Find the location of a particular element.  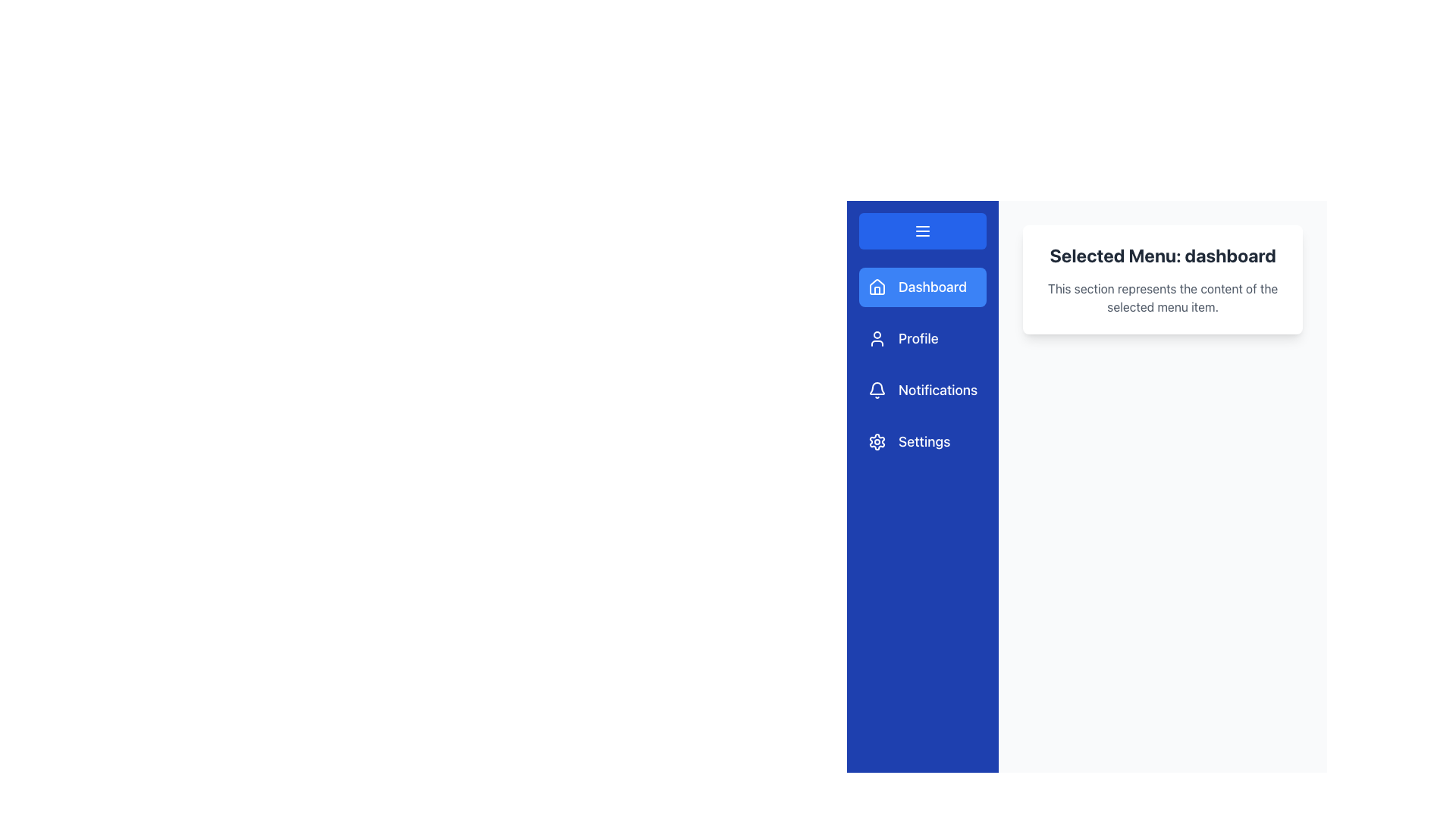

the fourth navigation menu item that likely redirects to the settings page is located at coordinates (922, 441).